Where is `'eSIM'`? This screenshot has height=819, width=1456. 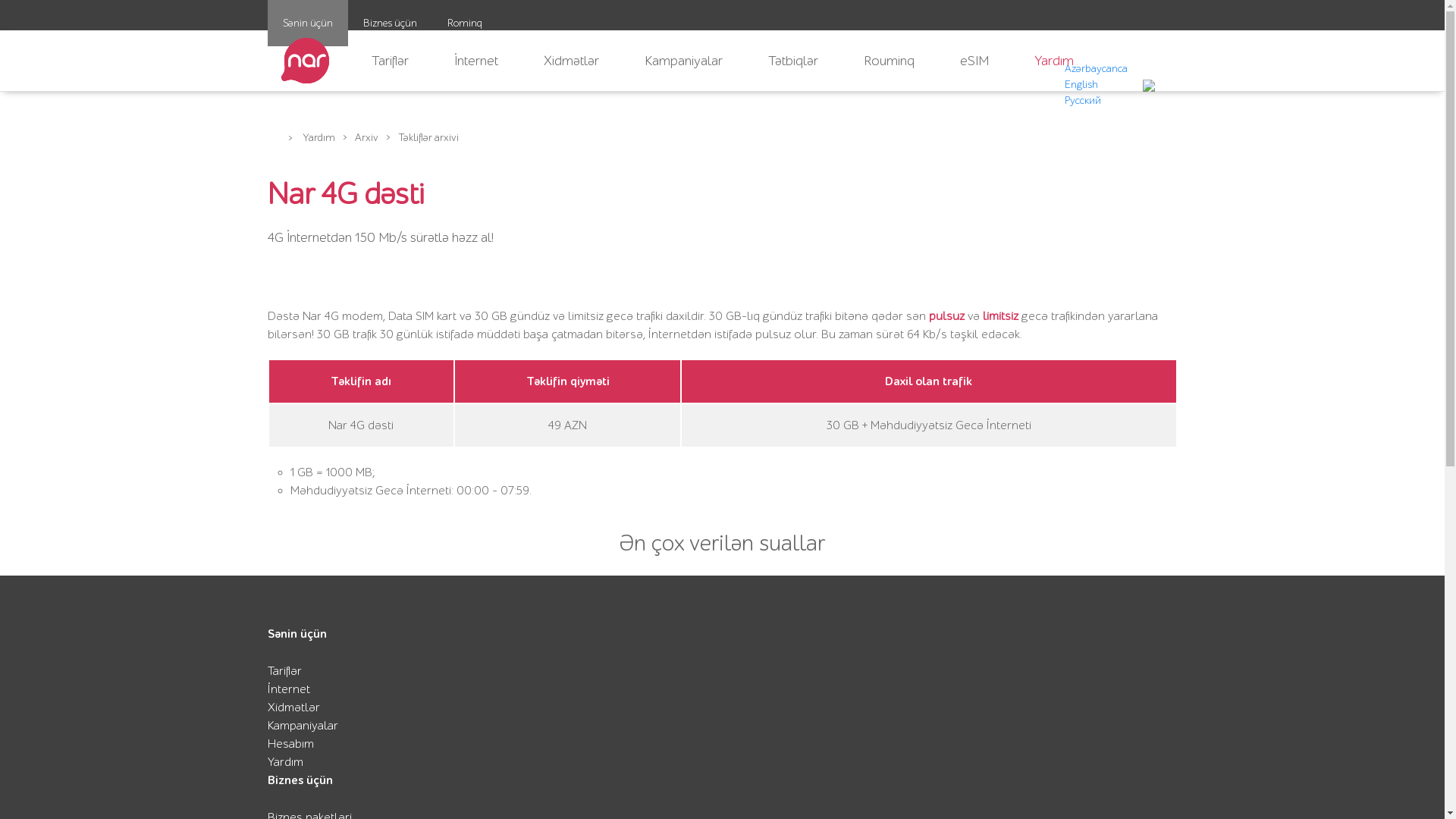
'eSIM' is located at coordinates (974, 60).